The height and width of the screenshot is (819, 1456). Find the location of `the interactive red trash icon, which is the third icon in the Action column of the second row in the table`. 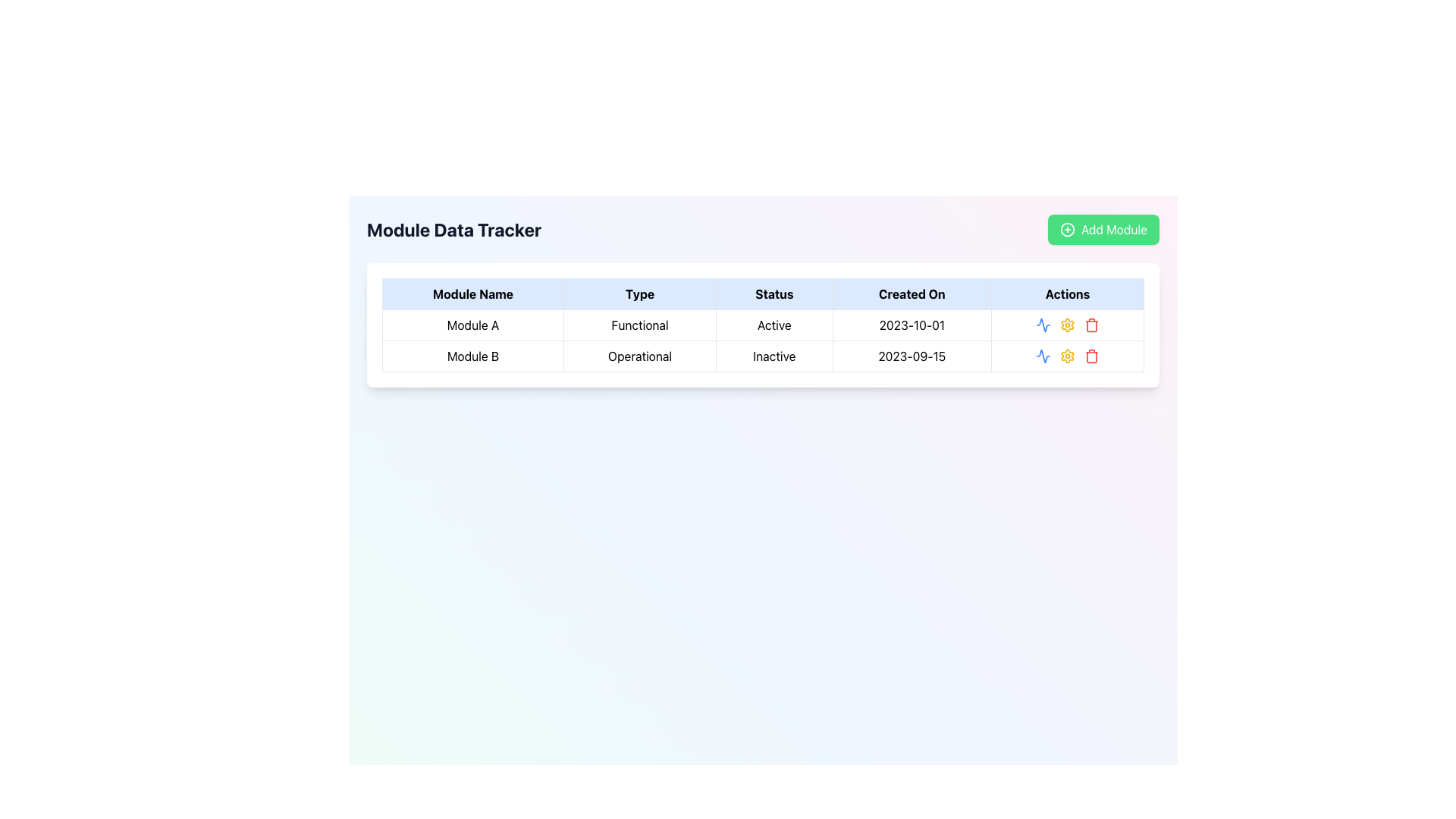

the interactive red trash icon, which is the third icon in the Action column of the second row in the table is located at coordinates (1092, 324).